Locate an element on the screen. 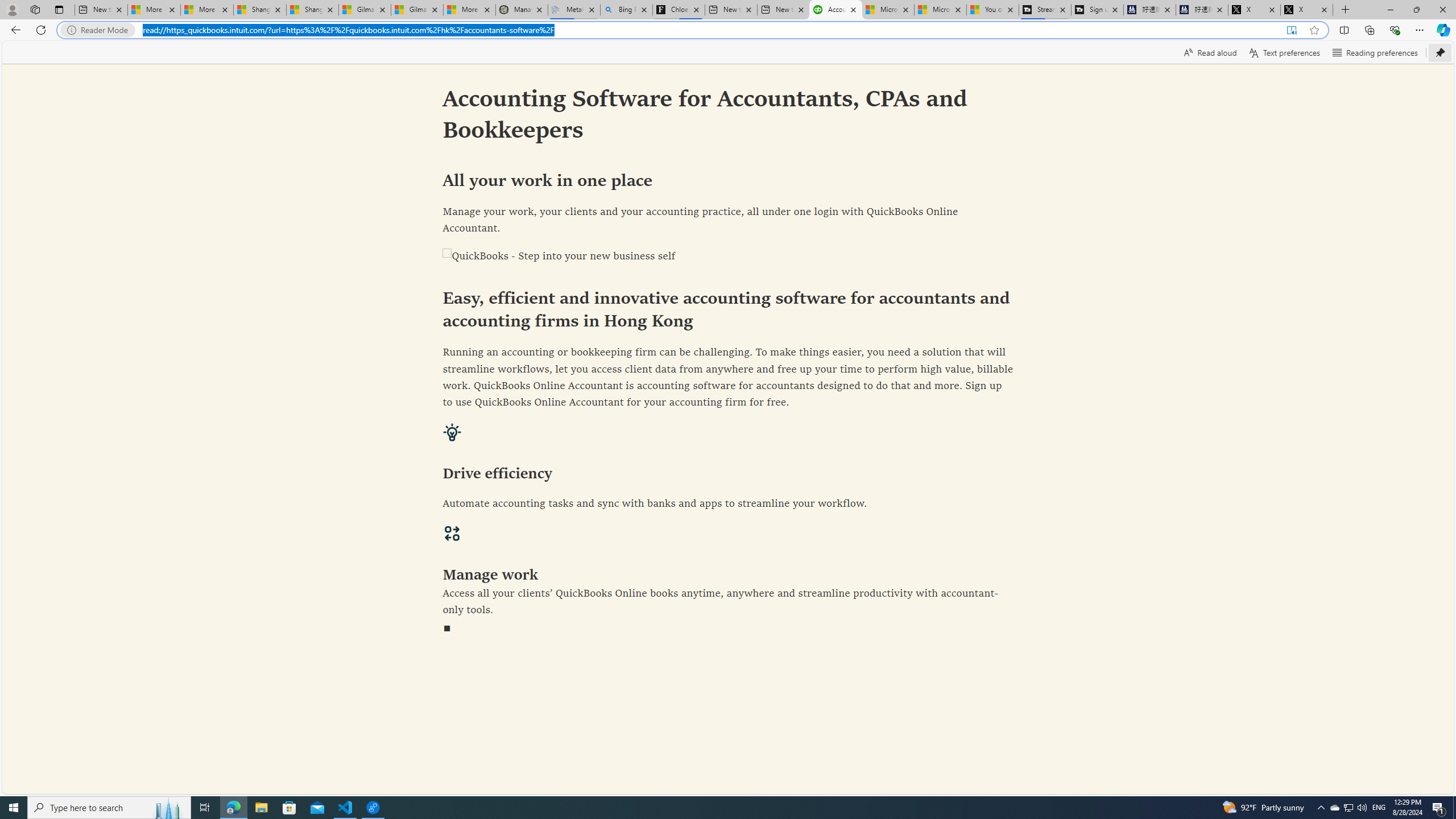 This screenshot has width=1456, height=819. 'Chloe Sorvino' is located at coordinates (679, 9).